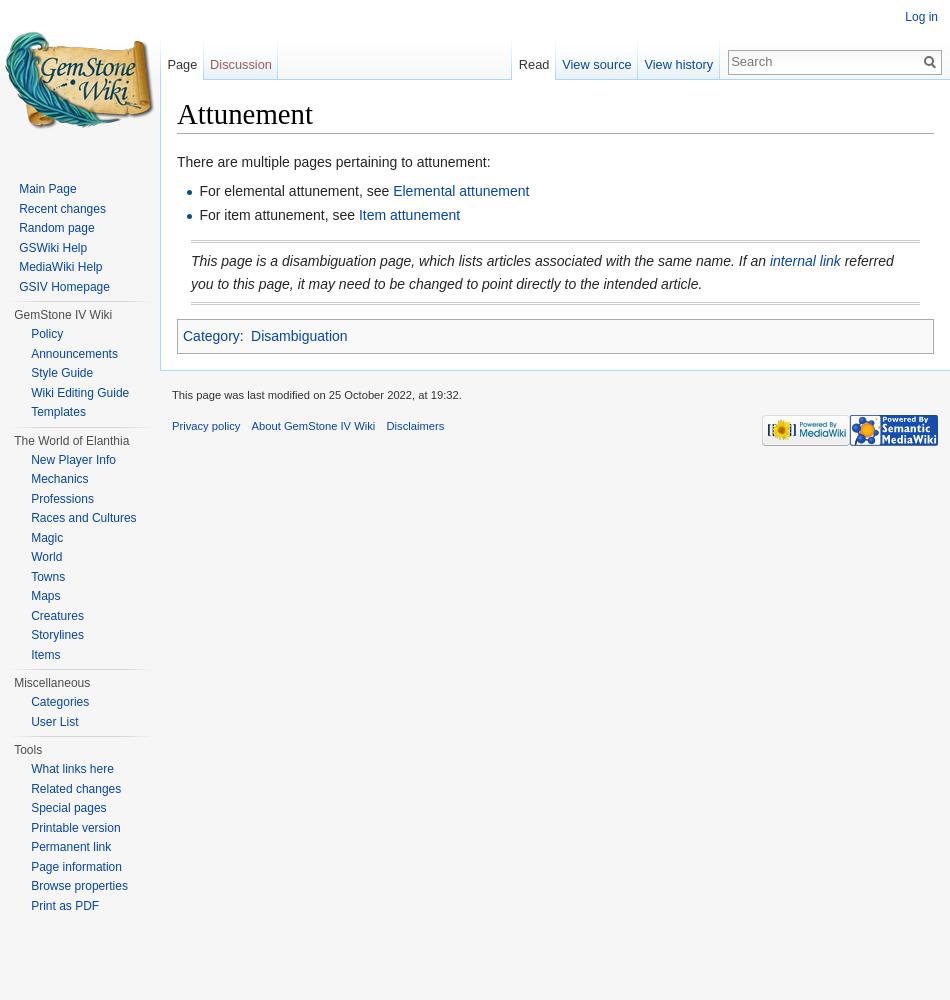 The image size is (950, 1000). What do you see at coordinates (541, 272) in the screenshot?
I see `'referred you to this page, it may need to be changed to point directly to the intended article.'` at bounding box center [541, 272].